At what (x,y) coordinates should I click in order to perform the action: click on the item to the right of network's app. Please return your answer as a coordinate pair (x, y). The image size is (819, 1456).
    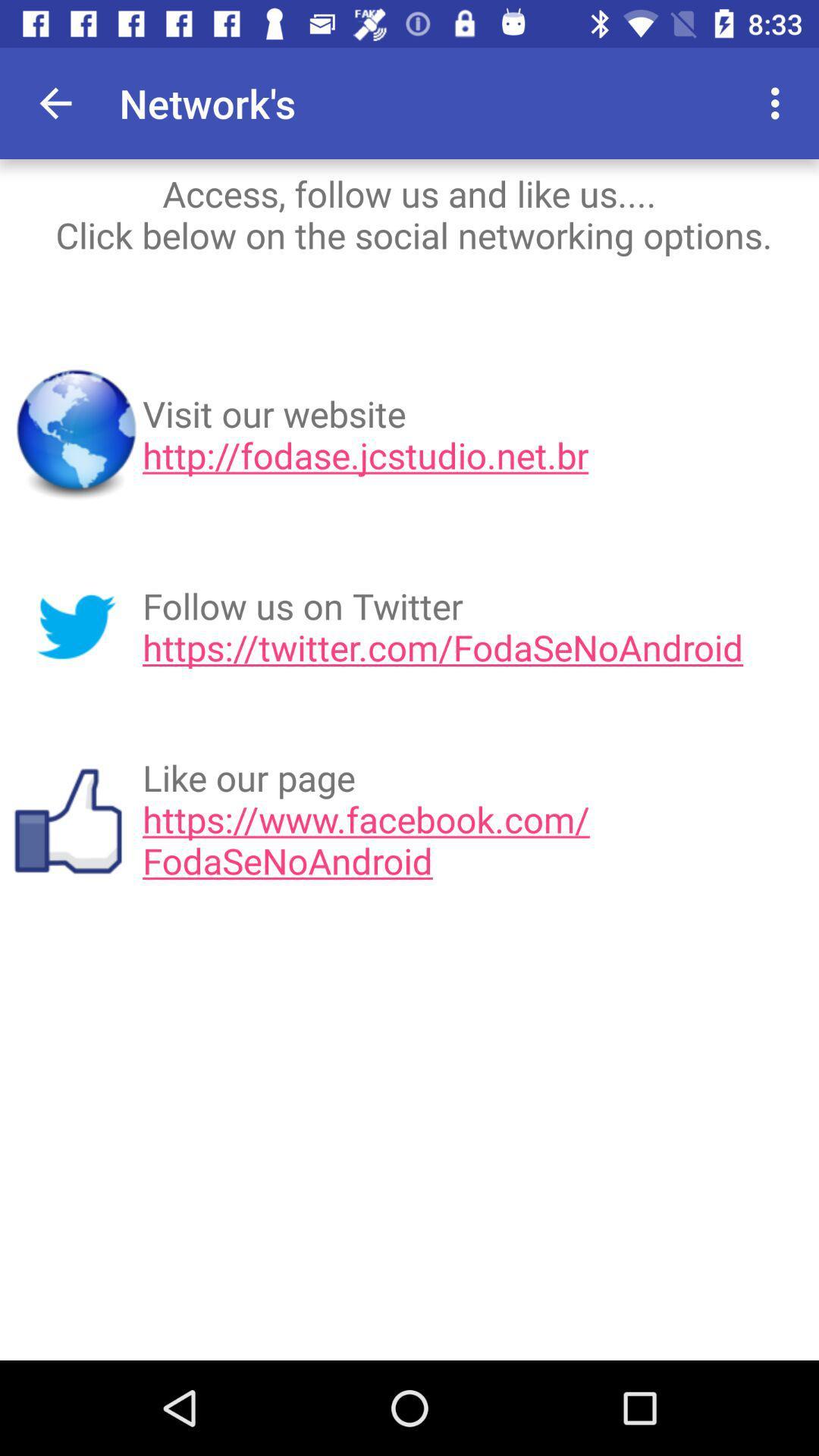
    Looking at the image, I should click on (691, 102).